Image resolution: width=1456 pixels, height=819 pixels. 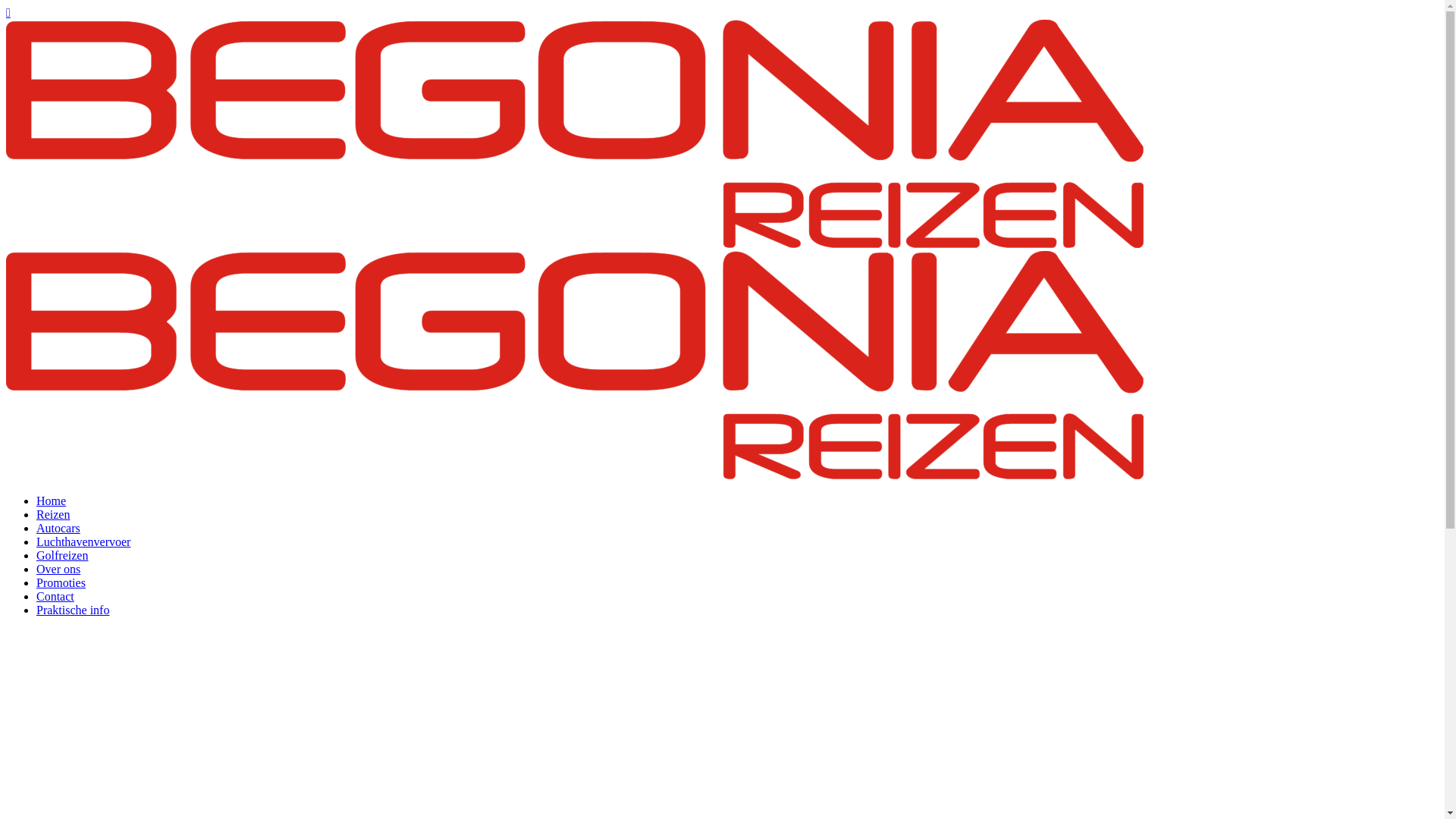 I want to click on 'Golfreizen', so click(x=61, y=555).